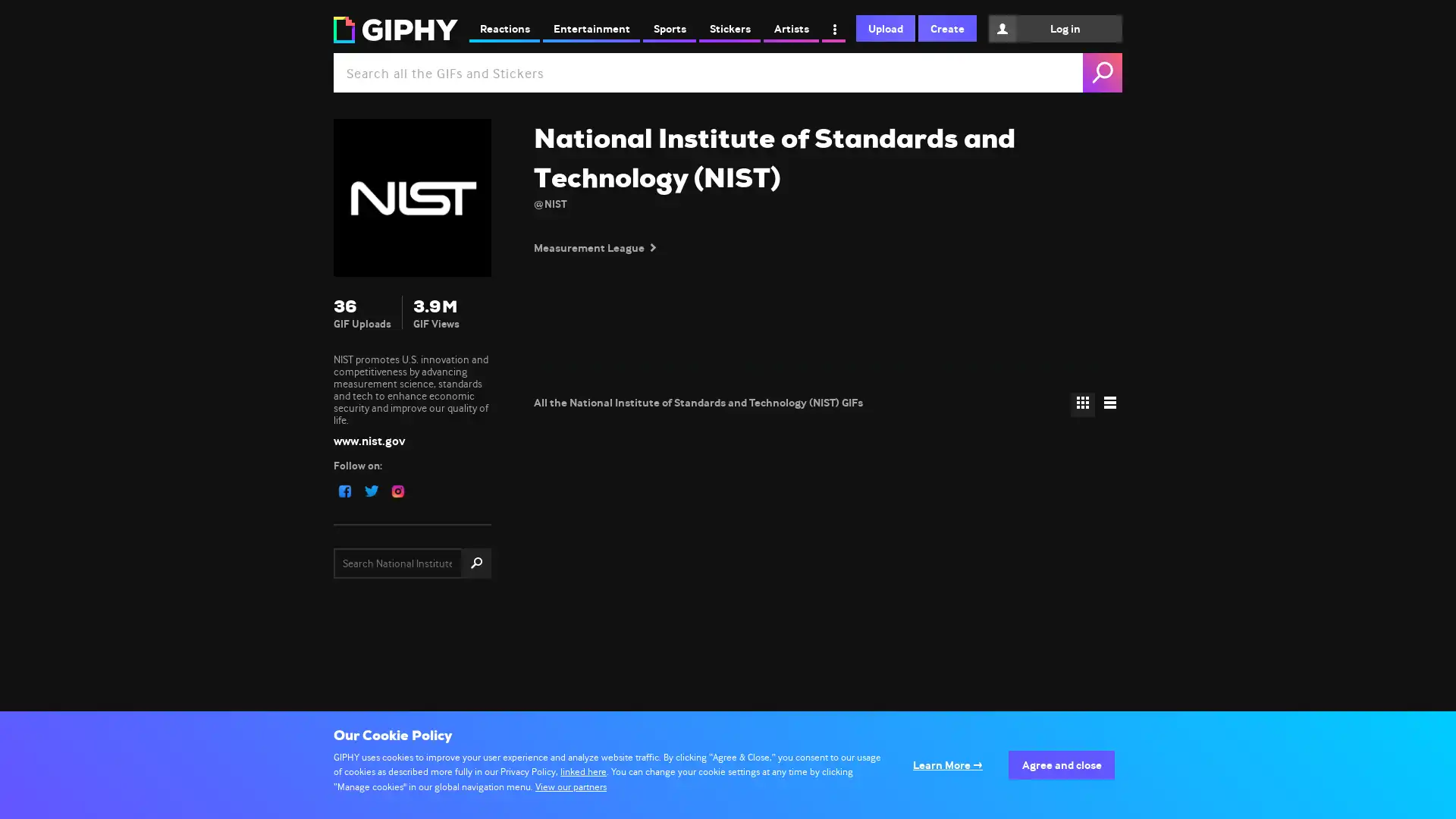 This screenshot has width=1456, height=819. What do you see at coordinates (946, 765) in the screenshot?
I see `Configure your consents` at bounding box center [946, 765].